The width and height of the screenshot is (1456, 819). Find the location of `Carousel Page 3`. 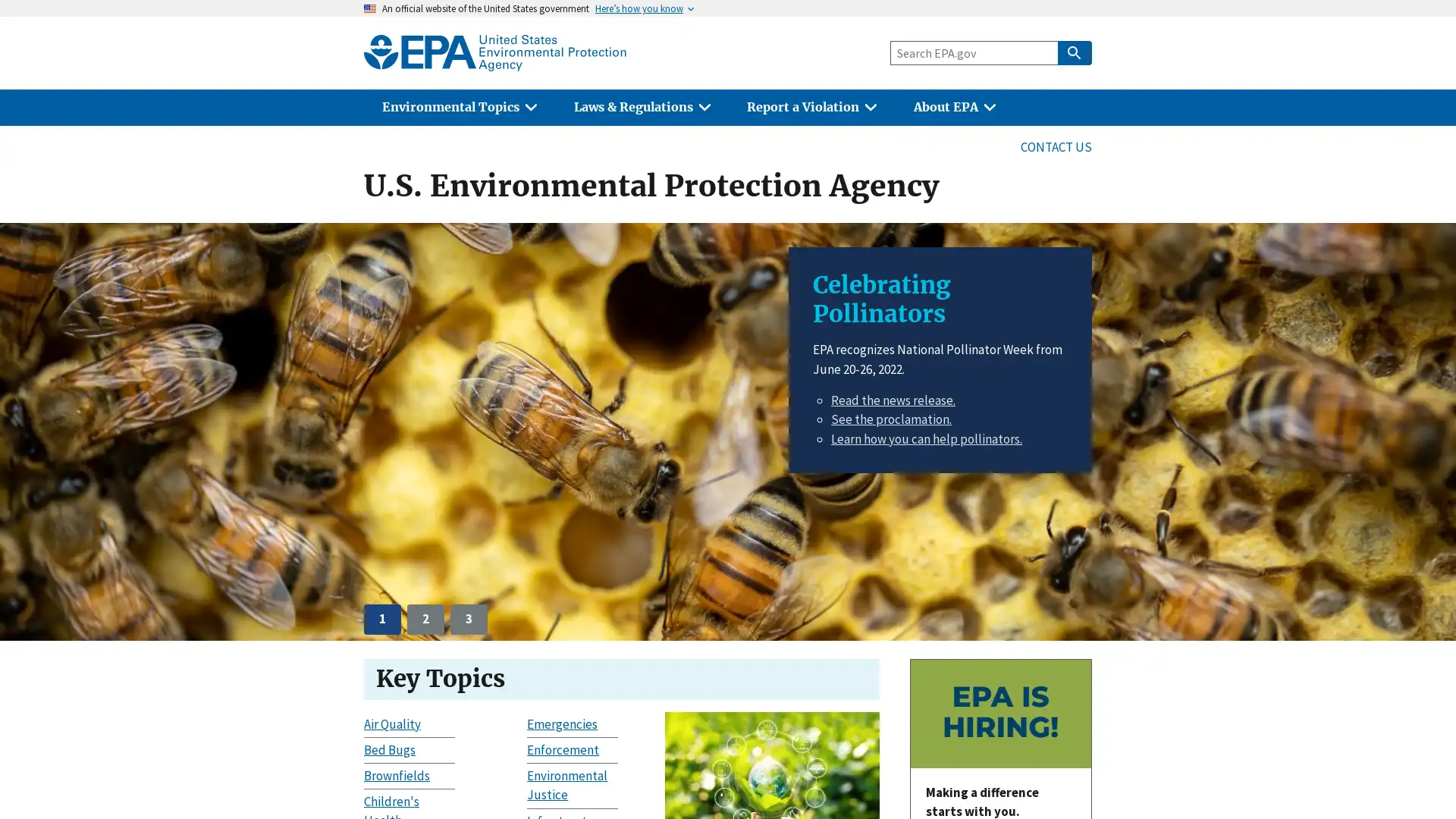

Carousel Page 3 is located at coordinates (468, 619).